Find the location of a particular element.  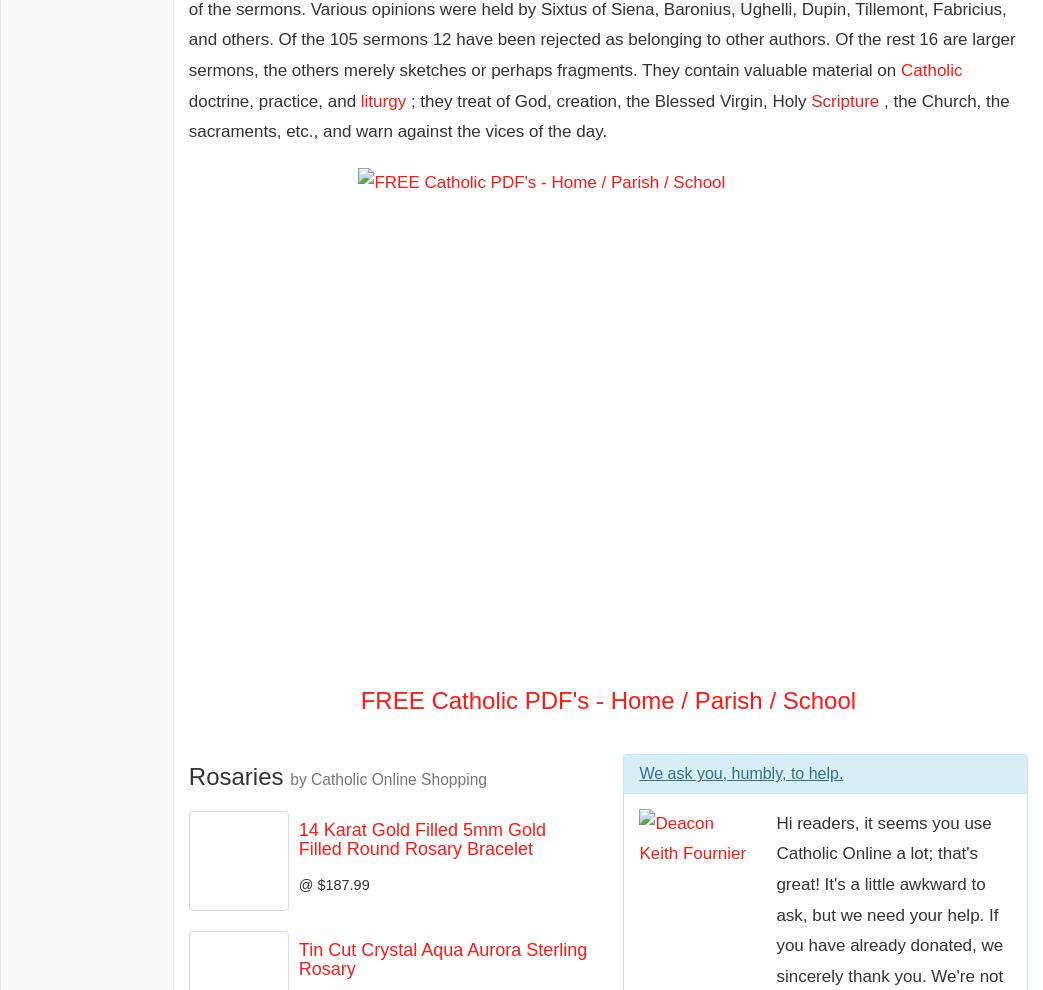

'liturgy' is located at coordinates (382, 99).